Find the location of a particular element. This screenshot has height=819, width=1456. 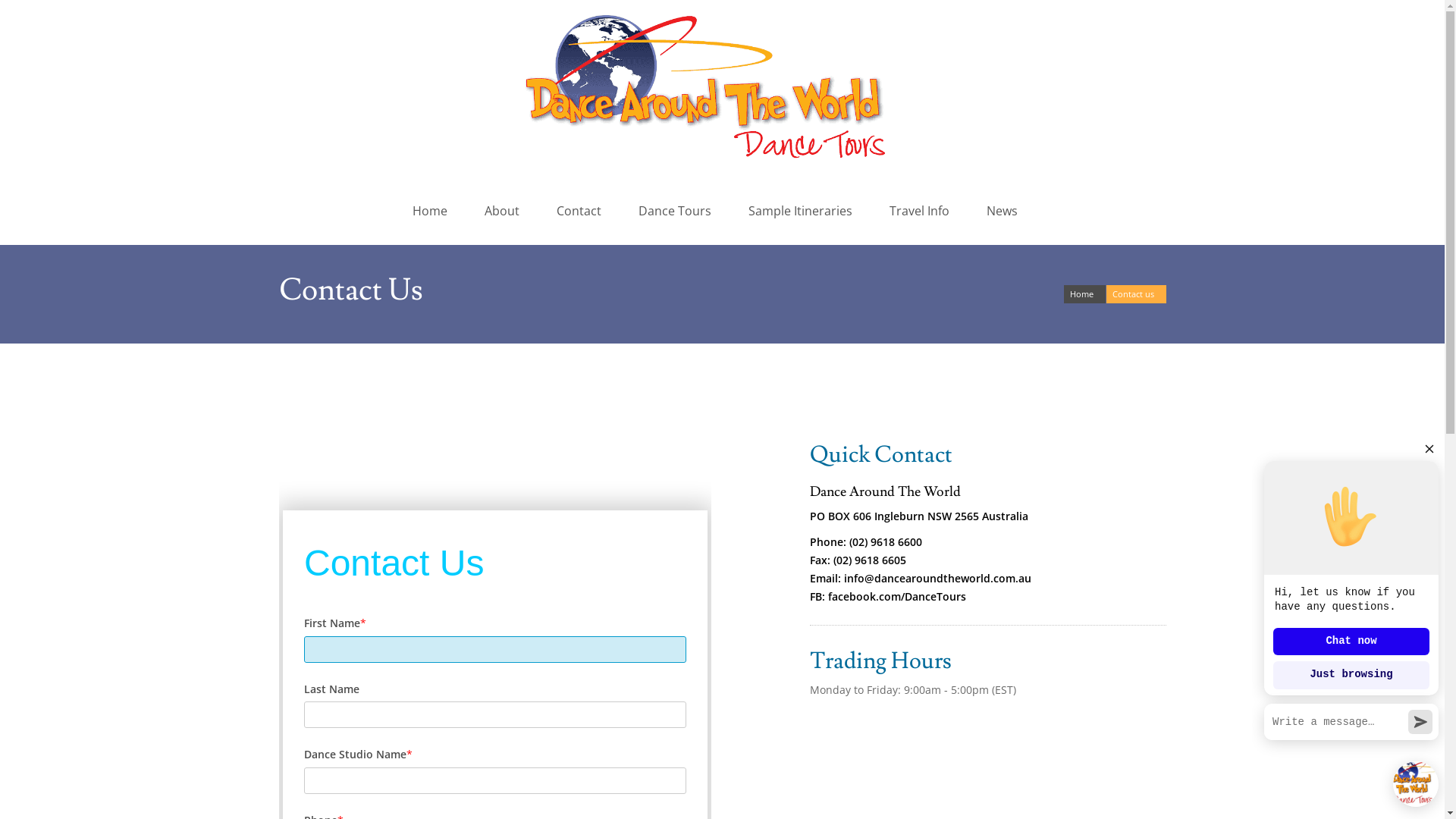

'Contact us' is located at coordinates (1135, 294).